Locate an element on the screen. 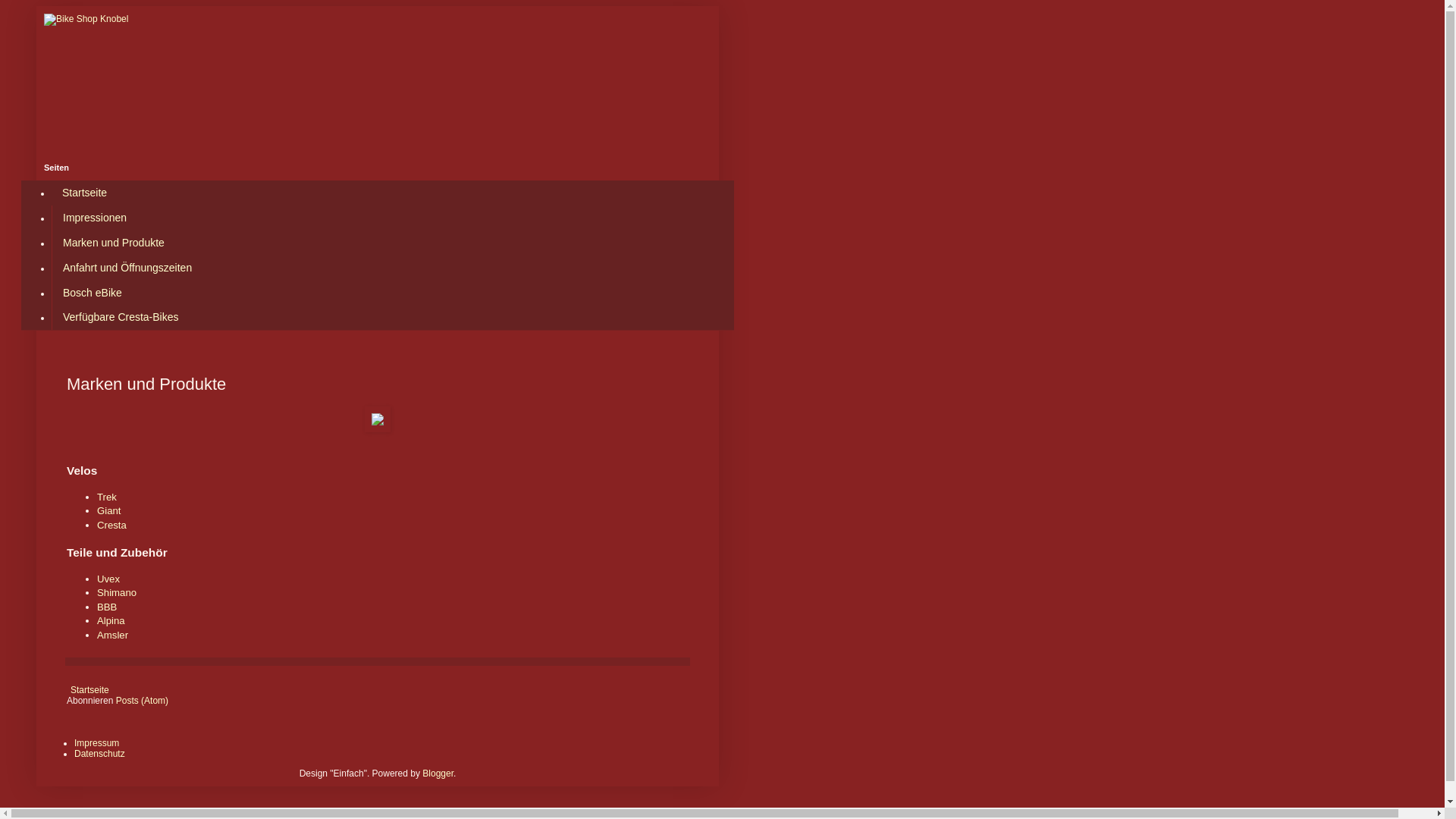  'Giant' is located at coordinates (108, 510).